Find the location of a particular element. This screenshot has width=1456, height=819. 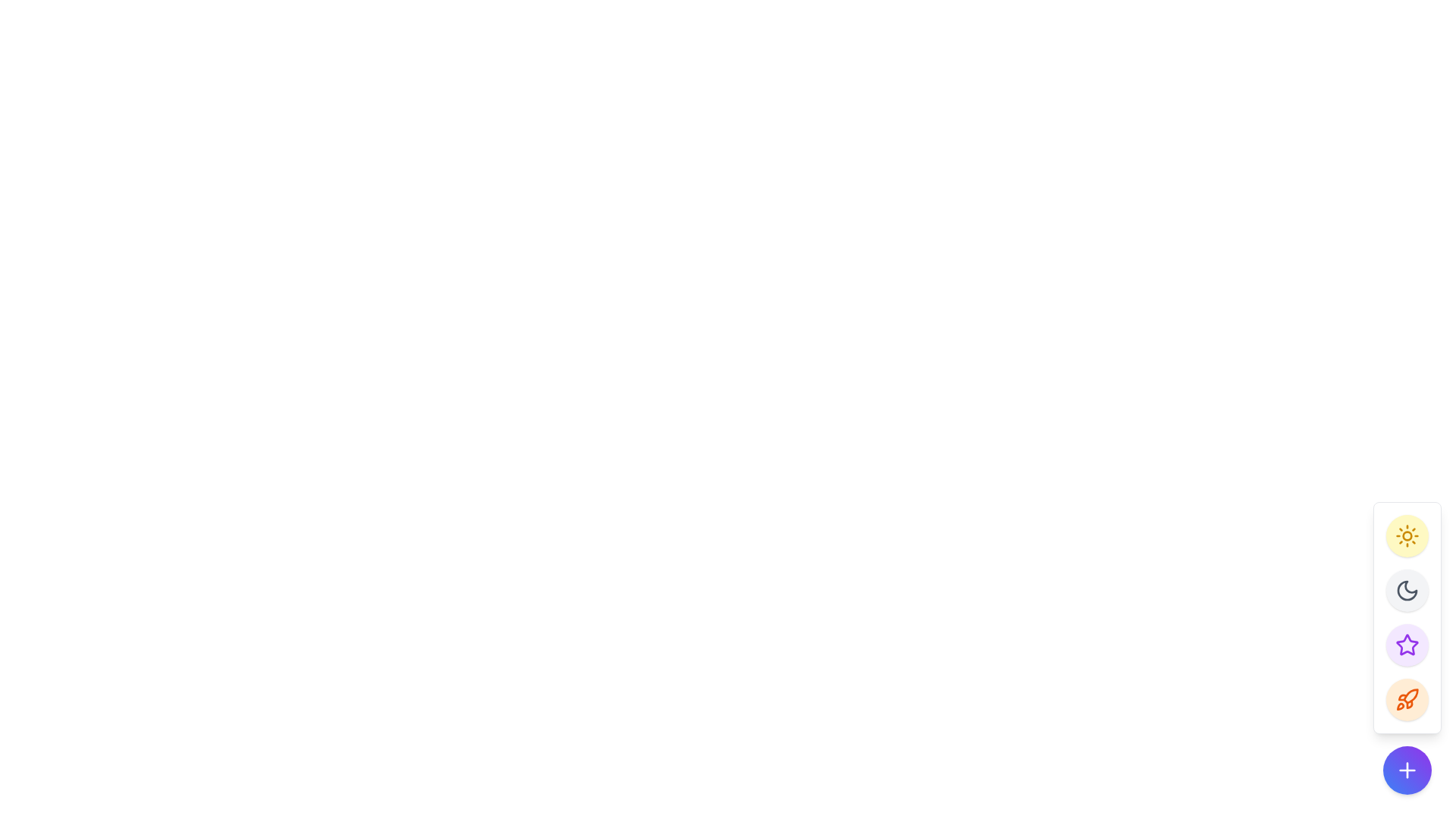

the star-shaped button with a purple outline, the third in a vertical set of four icons on the right edge of the interface is located at coordinates (1407, 645).